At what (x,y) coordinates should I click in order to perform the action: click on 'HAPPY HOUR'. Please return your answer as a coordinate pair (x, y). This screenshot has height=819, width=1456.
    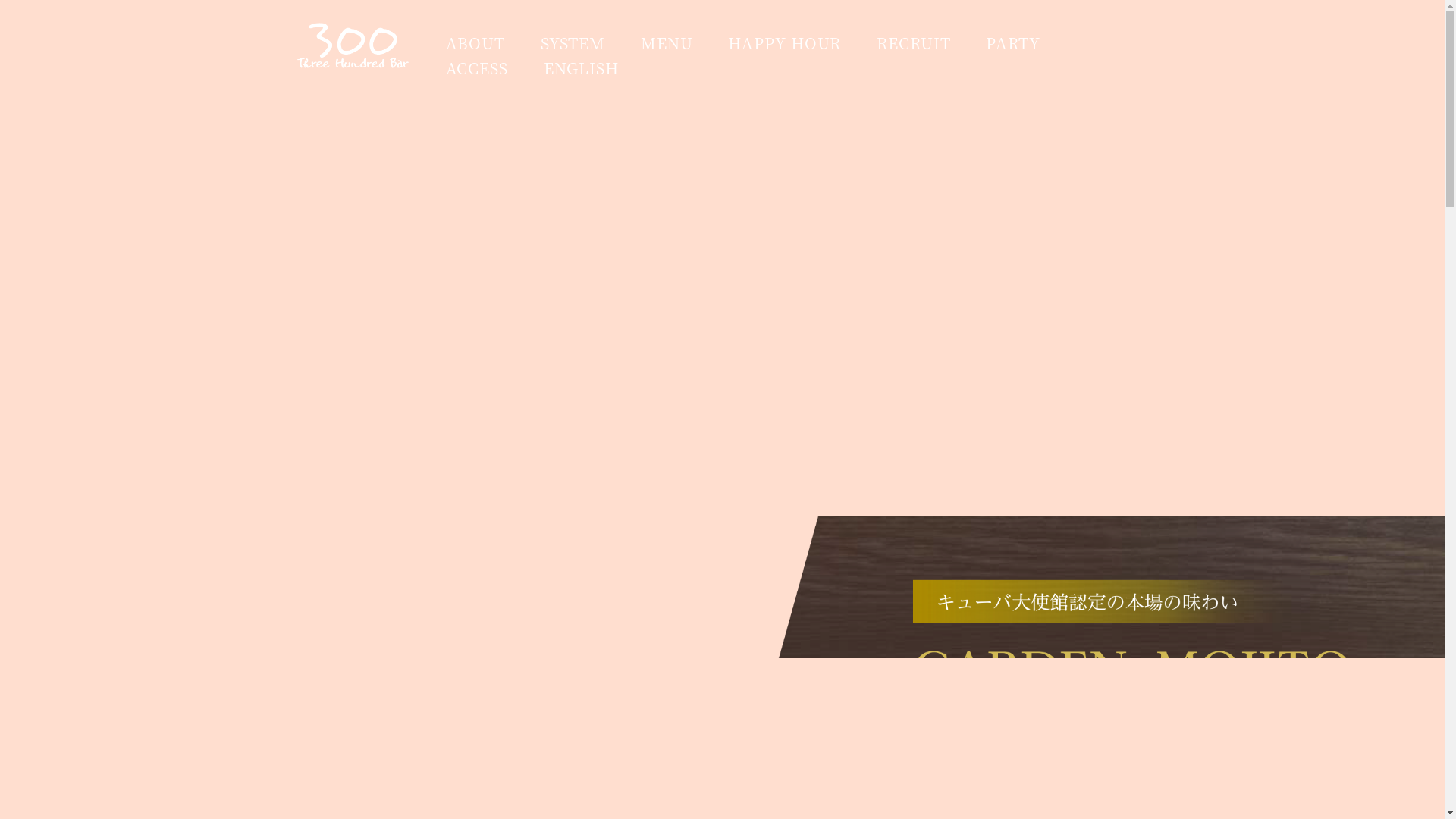
    Looking at the image, I should click on (784, 42).